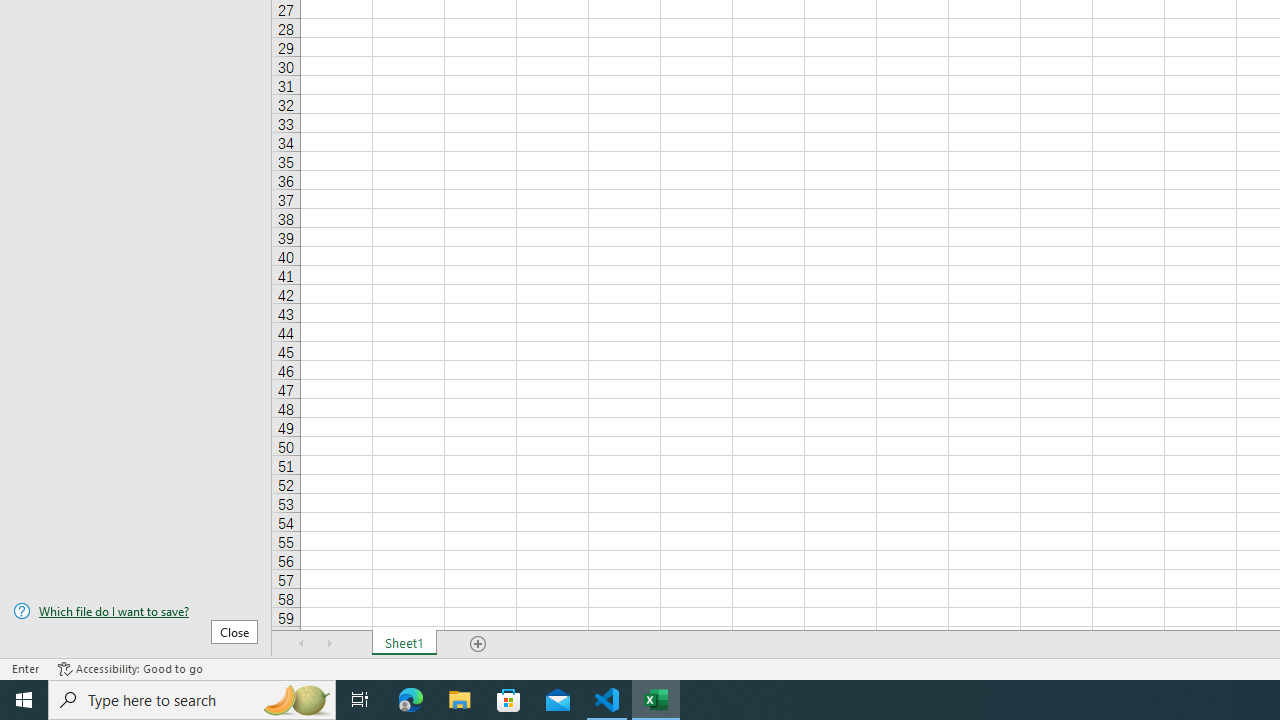  What do you see at coordinates (301, 644) in the screenshot?
I see `'Scroll Left'` at bounding box center [301, 644].